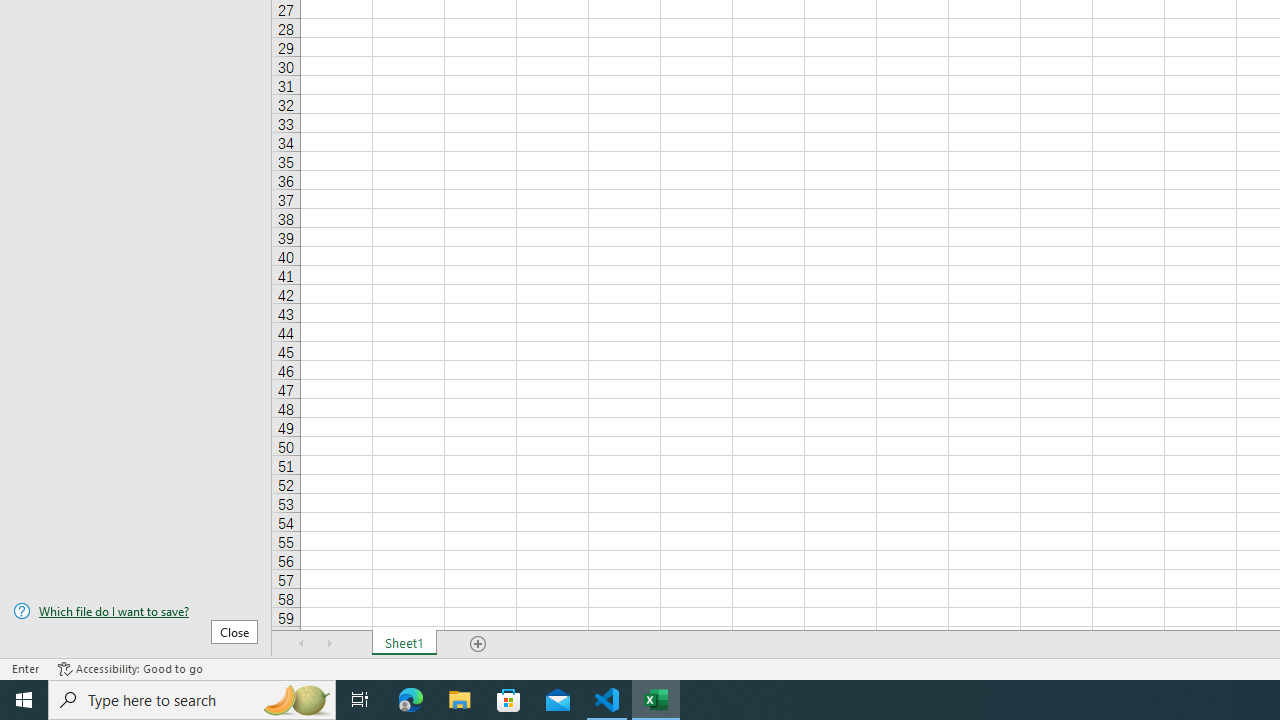  What do you see at coordinates (301, 644) in the screenshot?
I see `'Scroll Left'` at bounding box center [301, 644].